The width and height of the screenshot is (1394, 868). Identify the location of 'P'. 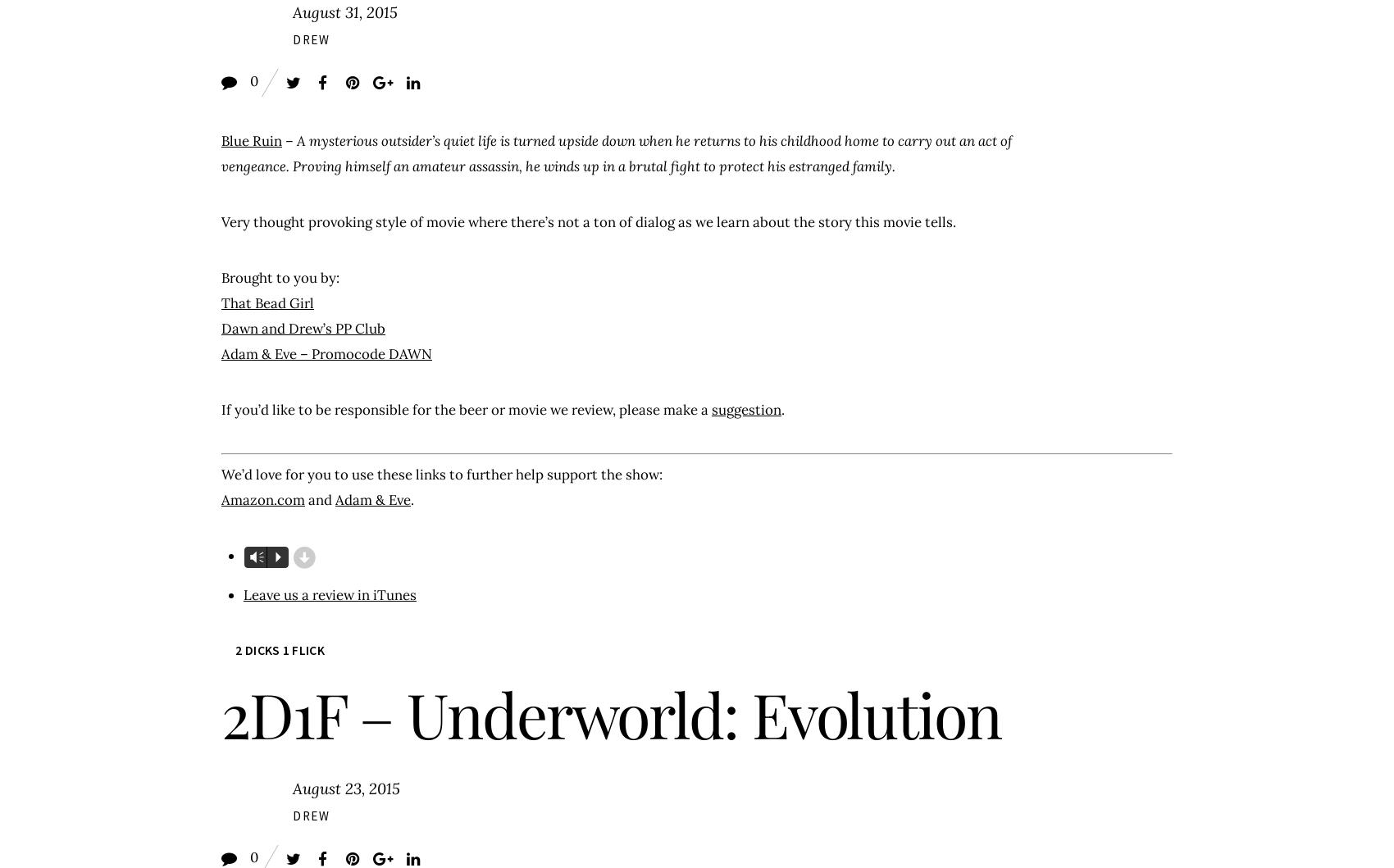
(276, 557).